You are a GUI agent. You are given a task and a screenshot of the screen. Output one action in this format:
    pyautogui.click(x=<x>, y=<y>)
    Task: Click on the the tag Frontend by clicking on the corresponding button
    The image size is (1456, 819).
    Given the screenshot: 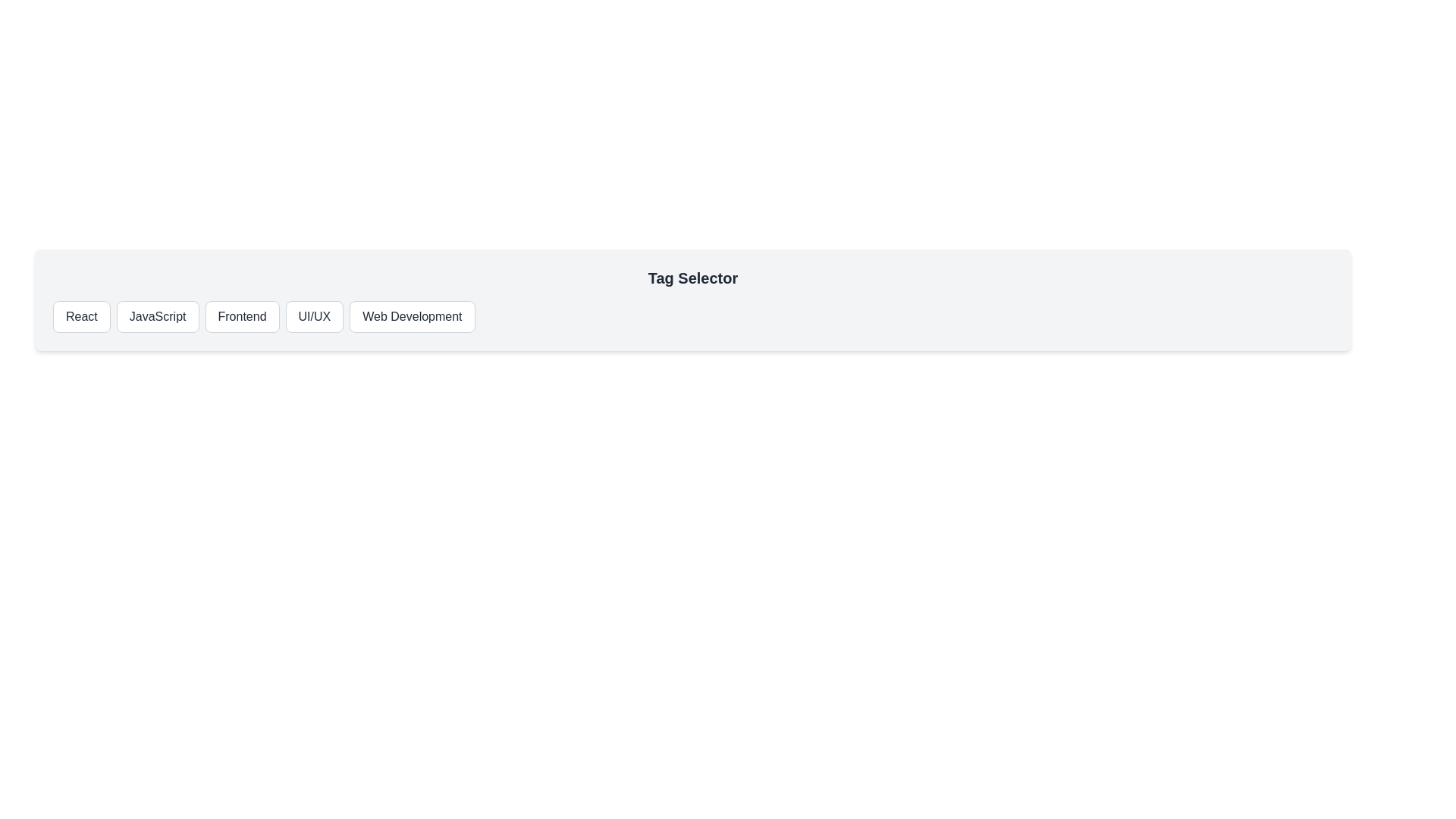 What is the action you would take?
    pyautogui.click(x=240, y=315)
    